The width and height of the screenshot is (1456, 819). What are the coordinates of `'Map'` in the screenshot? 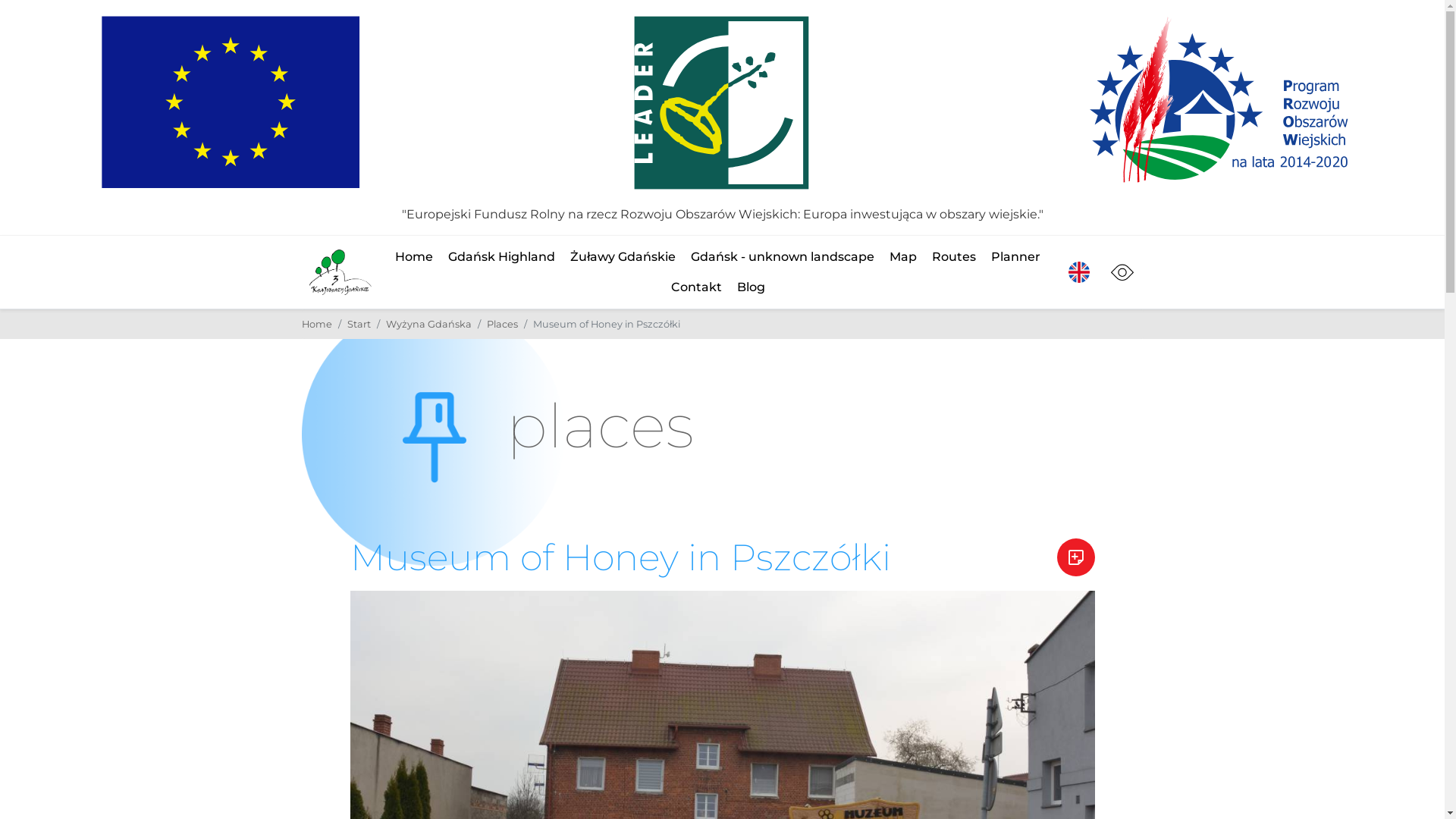 It's located at (902, 256).